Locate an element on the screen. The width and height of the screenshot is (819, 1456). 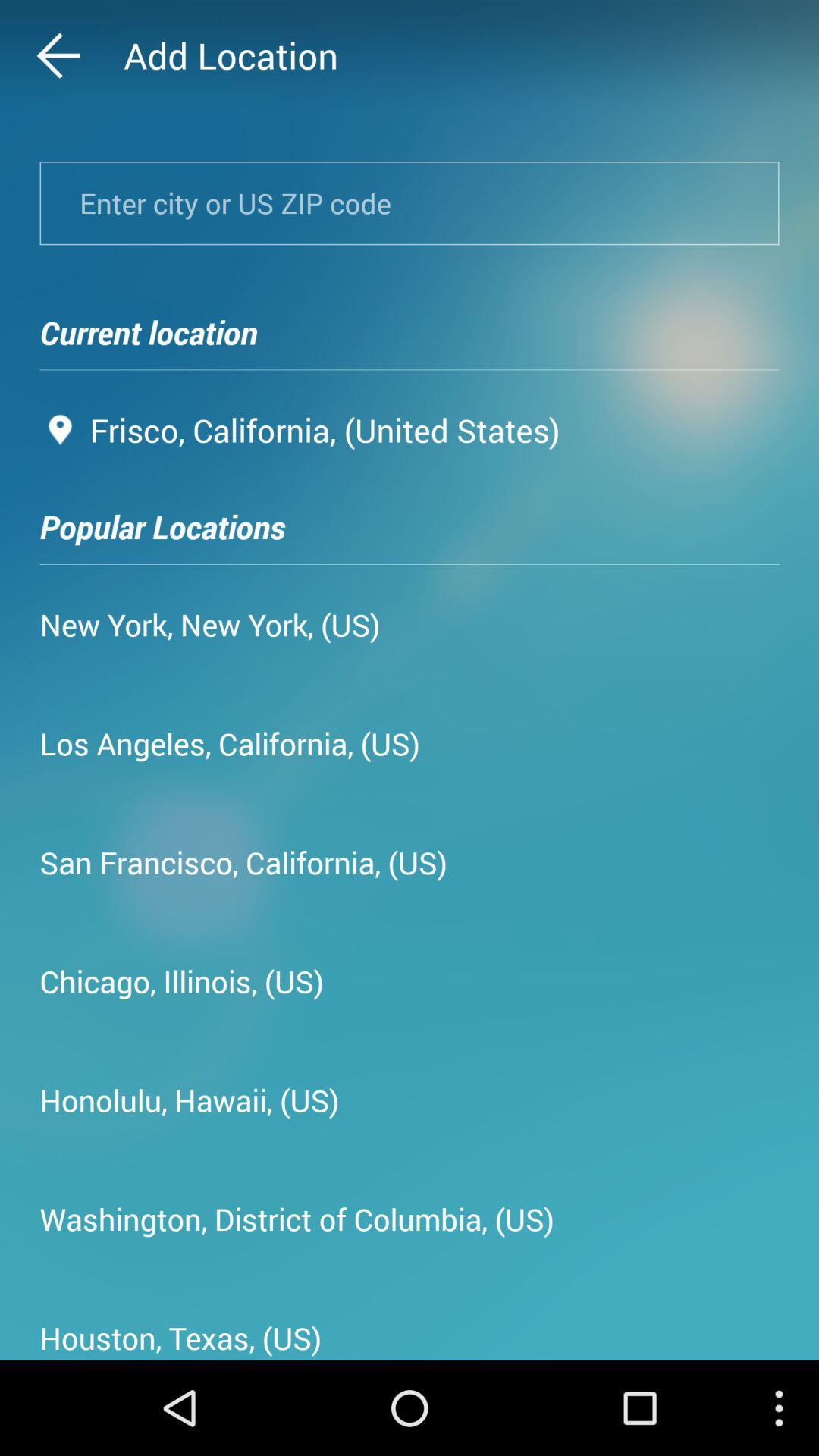
the icon above the chicago, illinois, (us) icon is located at coordinates (243, 862).